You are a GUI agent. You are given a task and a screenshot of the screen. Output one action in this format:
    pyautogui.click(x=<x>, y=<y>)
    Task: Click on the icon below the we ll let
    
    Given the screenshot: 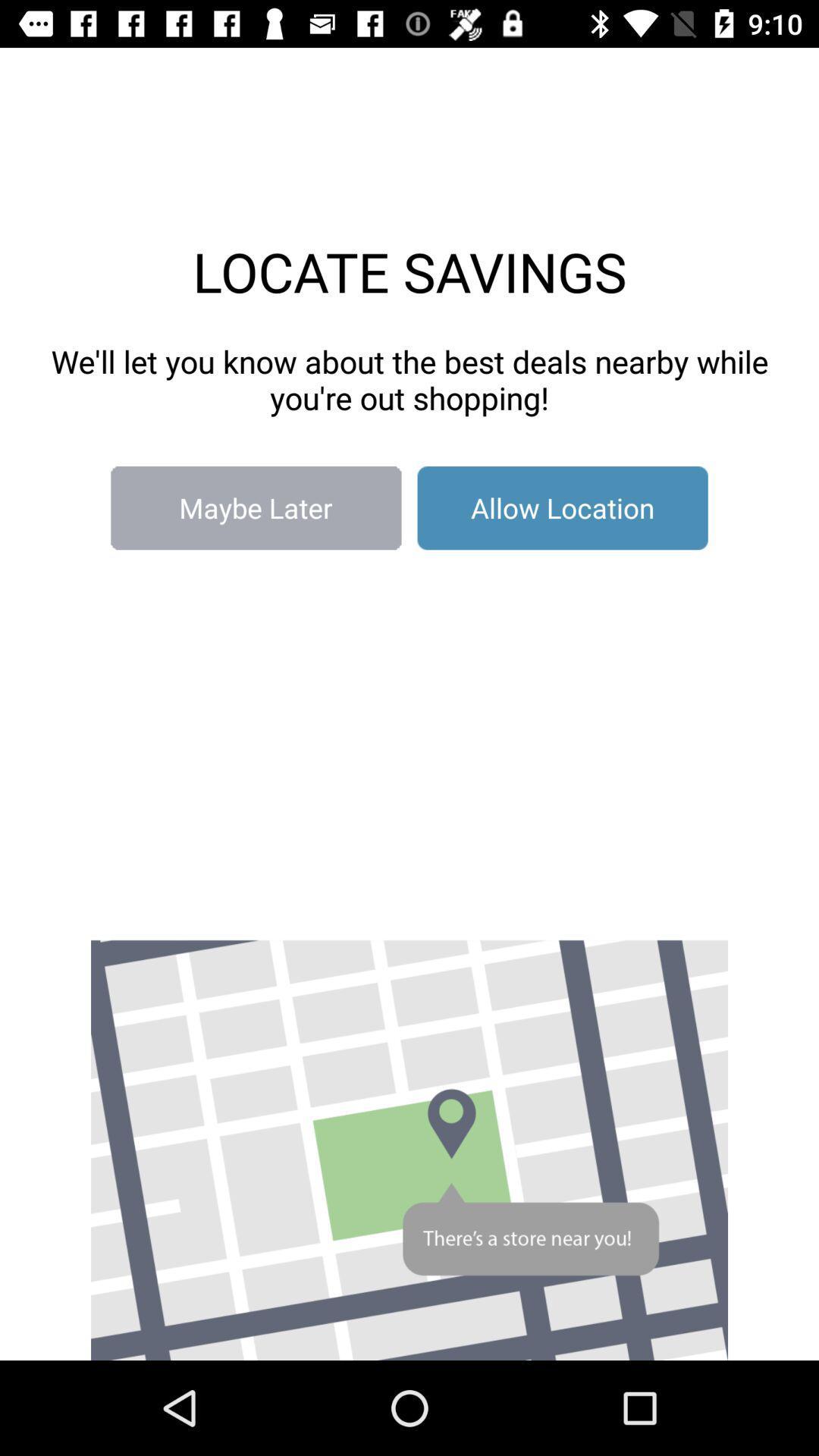 What is the action you would take?
    pyautogui.click(x=255, y=508)
    